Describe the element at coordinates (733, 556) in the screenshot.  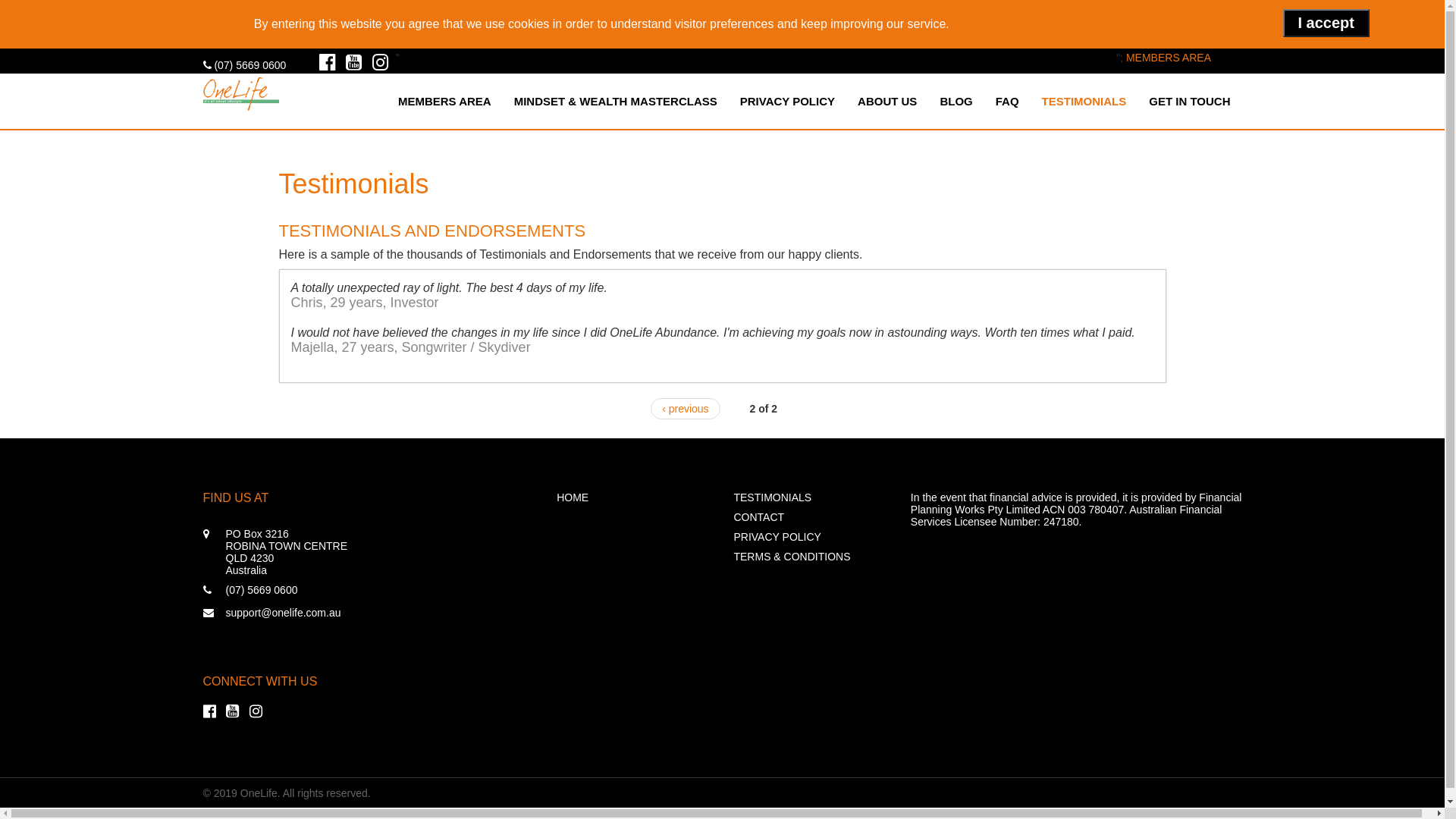
I see `'TERMS & CONDITIONS'` at that location.